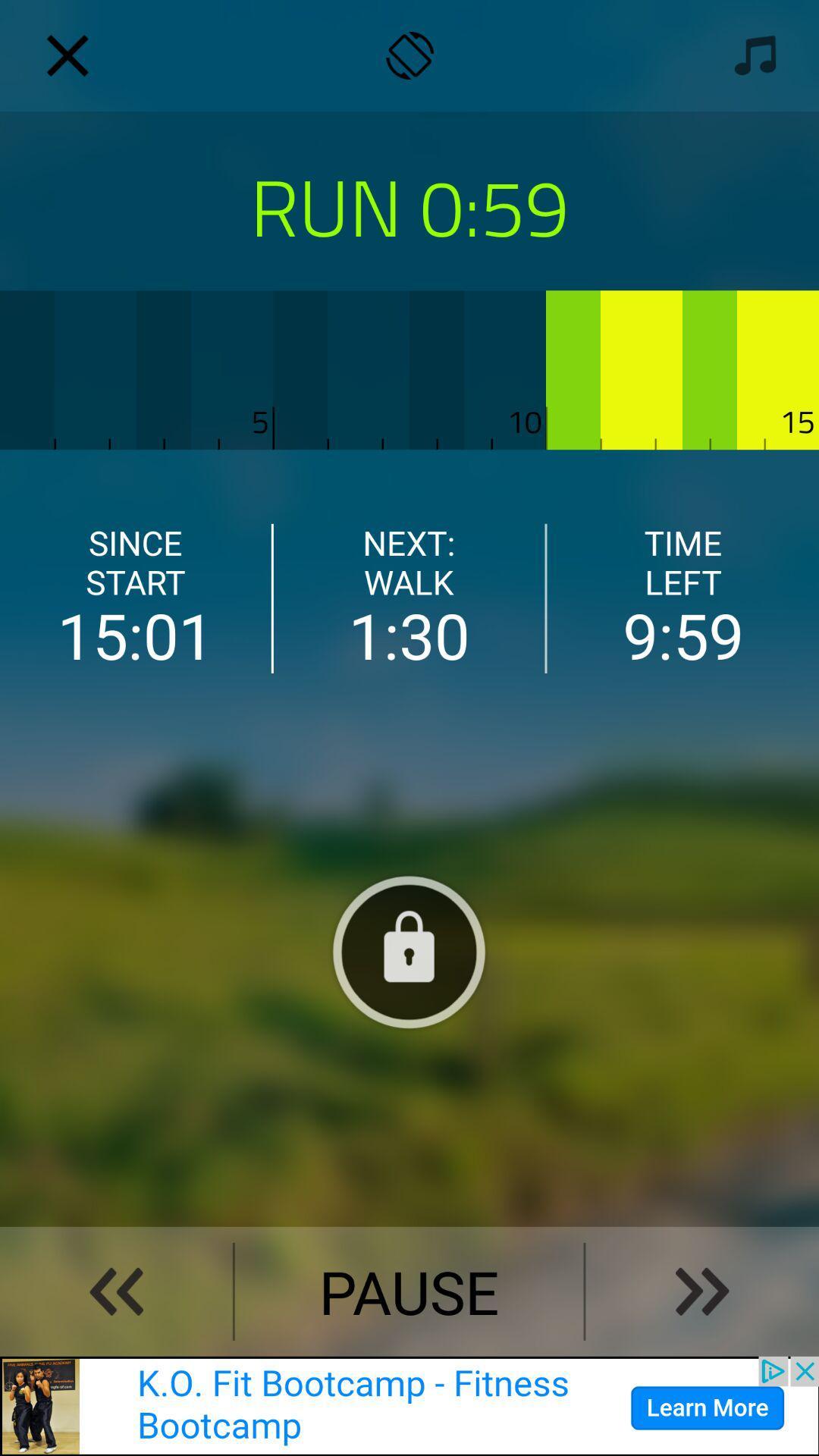 The image size is (819, 1456). Describe the element at coordinates (115, 1291) in the screenshot. I see `the av_rewind icon` at that location.